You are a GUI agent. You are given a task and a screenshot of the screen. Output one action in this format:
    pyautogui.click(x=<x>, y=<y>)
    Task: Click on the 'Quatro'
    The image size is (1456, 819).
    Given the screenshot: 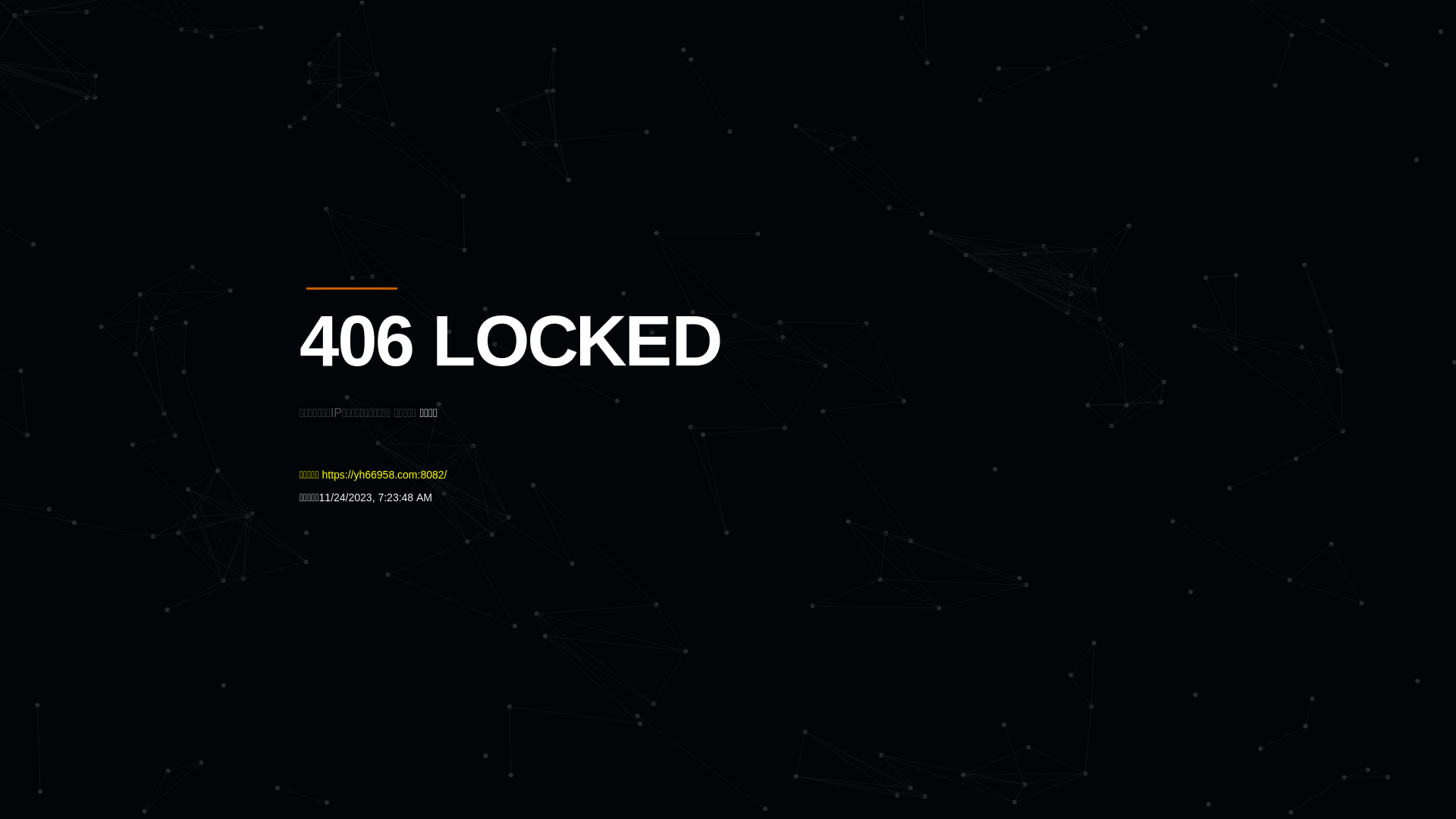 What is the action you would take?
    pyautogui.click(x=411, y=86)
    